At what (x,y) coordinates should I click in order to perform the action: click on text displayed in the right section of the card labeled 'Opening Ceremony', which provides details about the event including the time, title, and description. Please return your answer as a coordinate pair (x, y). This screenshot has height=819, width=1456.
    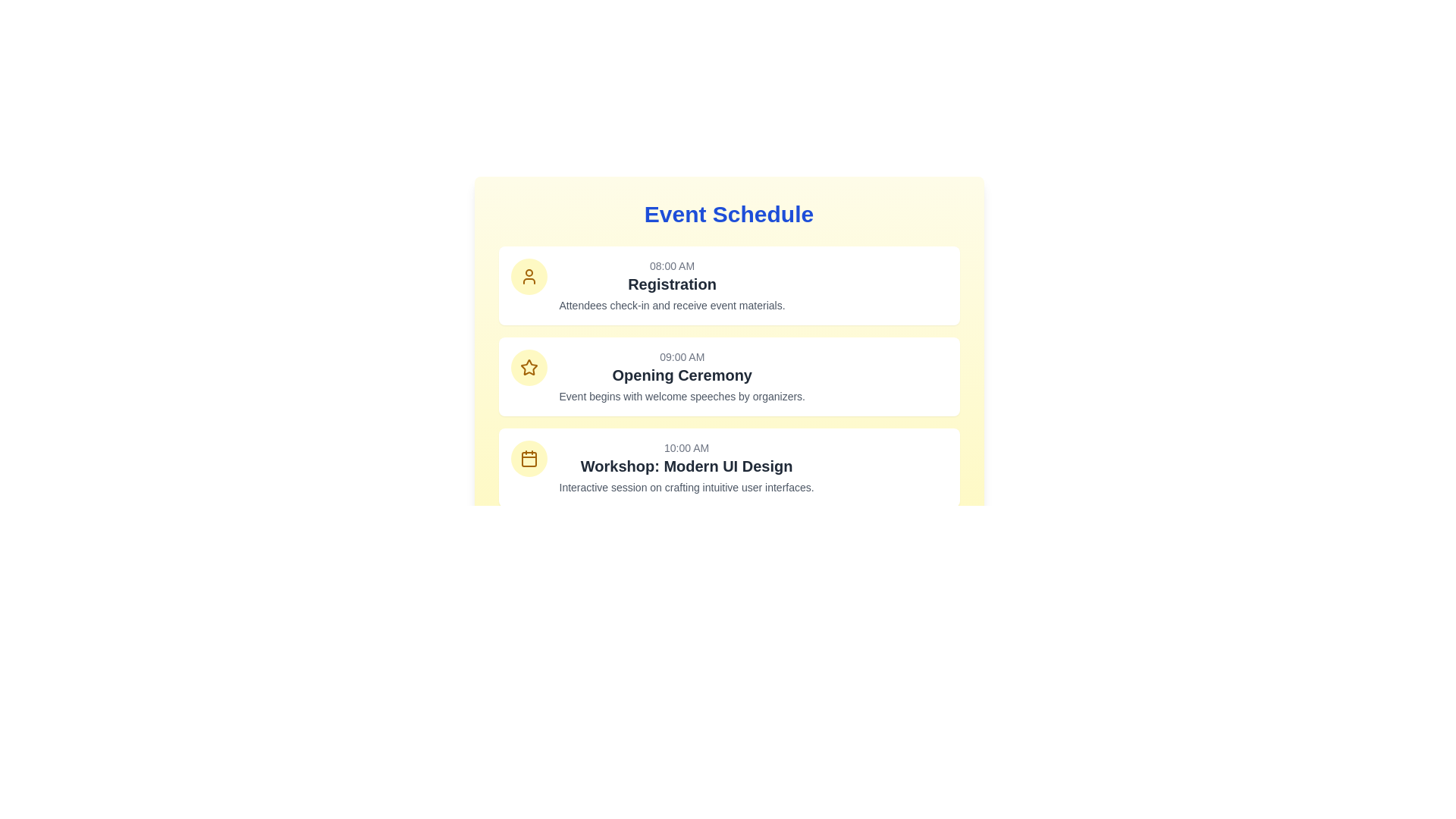
    Looking at the image, I should click on (681, 376).